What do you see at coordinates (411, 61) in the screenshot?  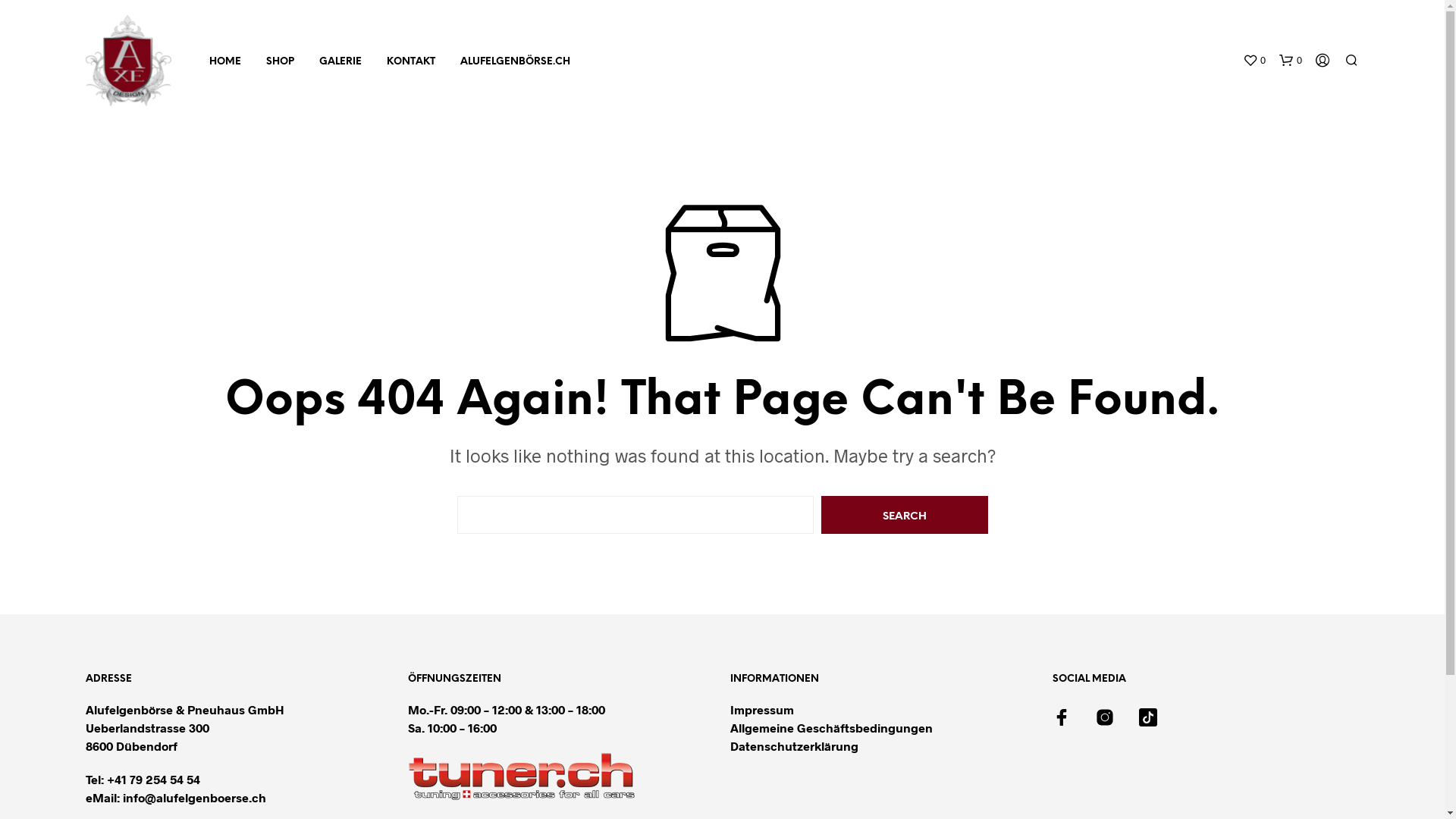 I see `'KONTAKT'` at bounding box center [411, 61].